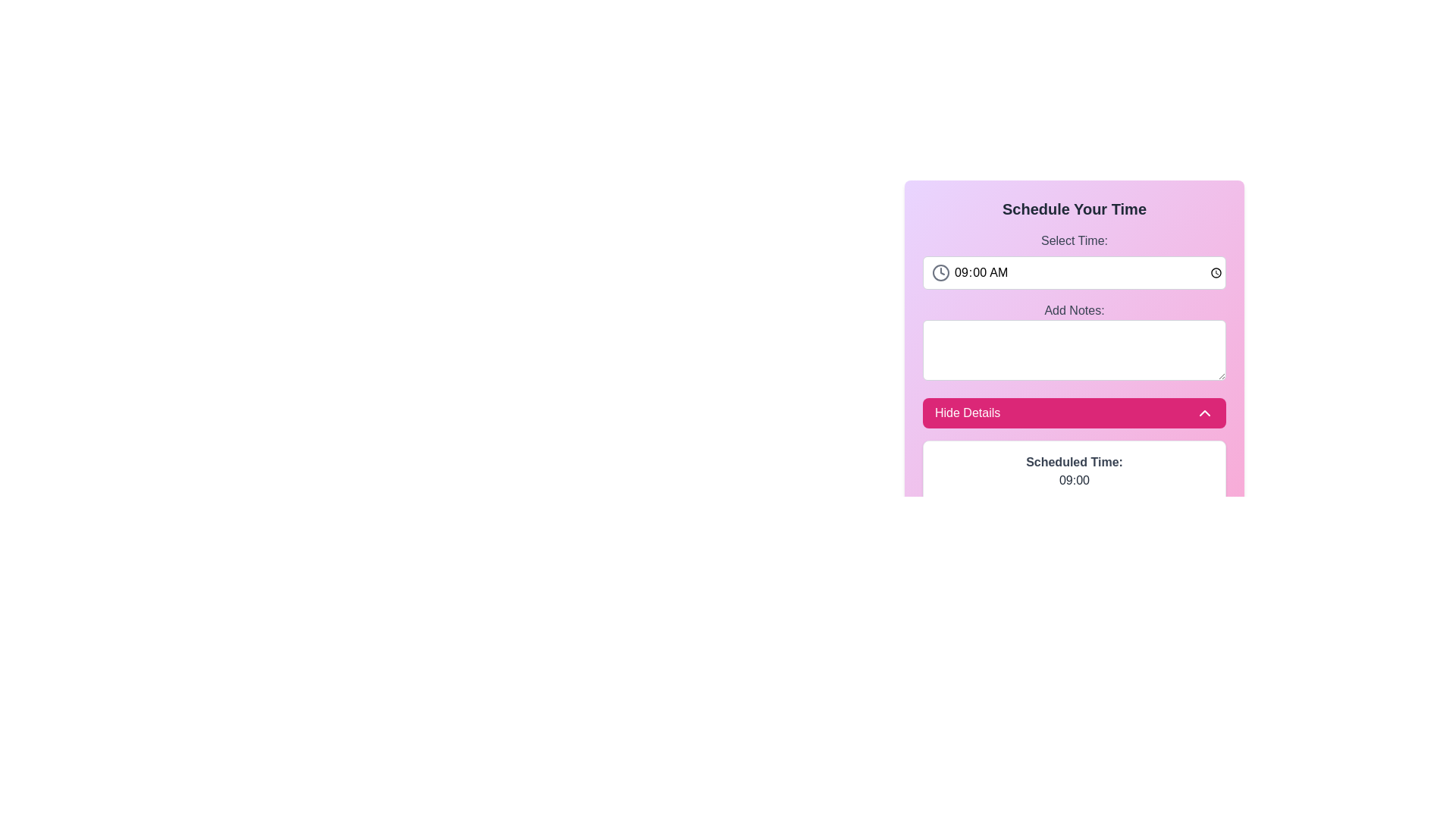 This screenshot has width=1456, height=819. I want to click on the Text label that indicates where users can add notes, located above the multi-line text input field, so click(1073, 309).